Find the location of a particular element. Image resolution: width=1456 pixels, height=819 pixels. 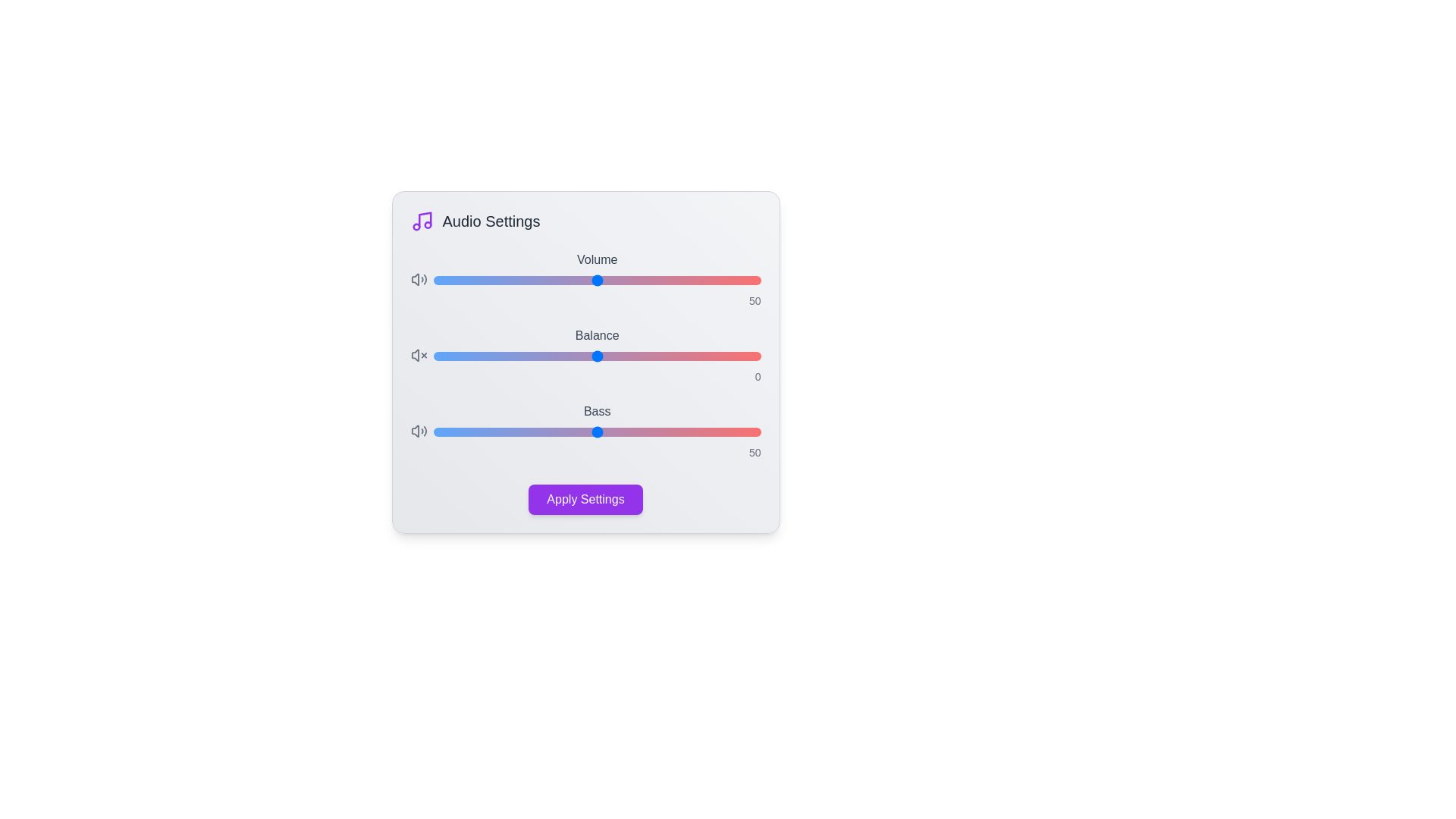

the 'Balance' slider to the specified value 31 is located at coordinates (698, 356).